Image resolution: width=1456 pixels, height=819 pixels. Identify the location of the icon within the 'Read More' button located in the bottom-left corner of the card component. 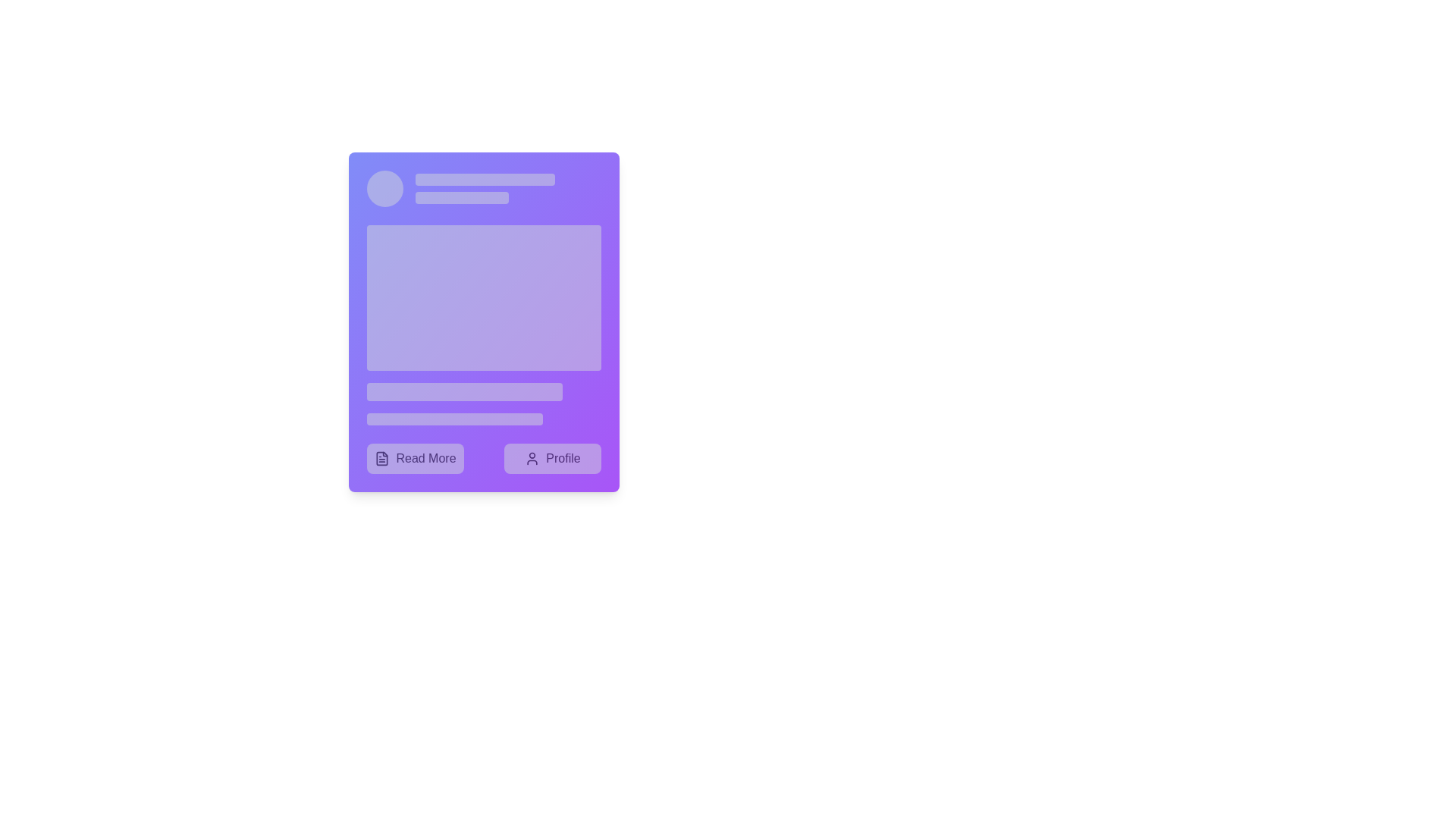
(382, 458).